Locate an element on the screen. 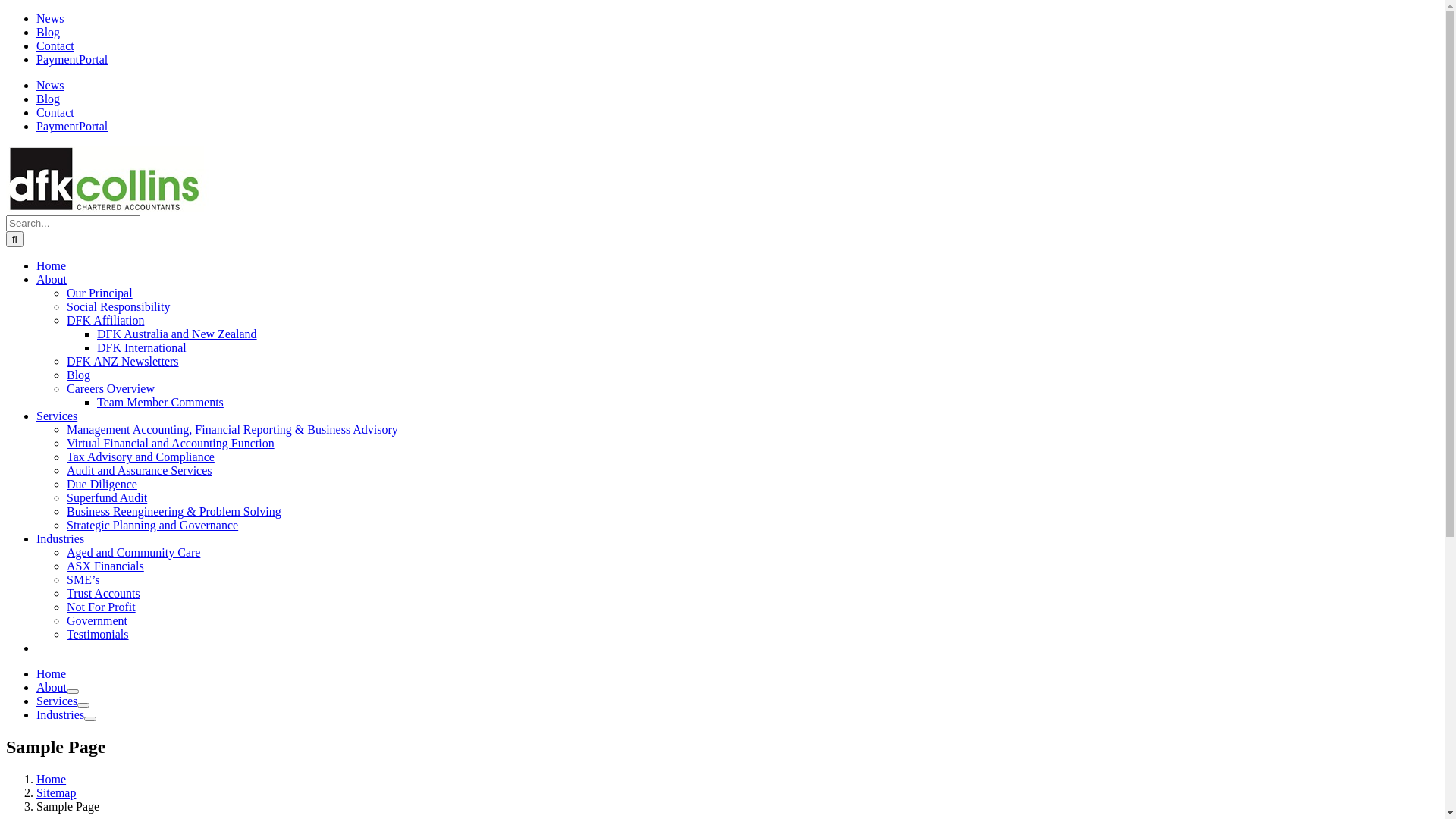 The image size is (1456, 819). 'Business Reengineering & Problem Solving' is located at coordinates (65, 511).